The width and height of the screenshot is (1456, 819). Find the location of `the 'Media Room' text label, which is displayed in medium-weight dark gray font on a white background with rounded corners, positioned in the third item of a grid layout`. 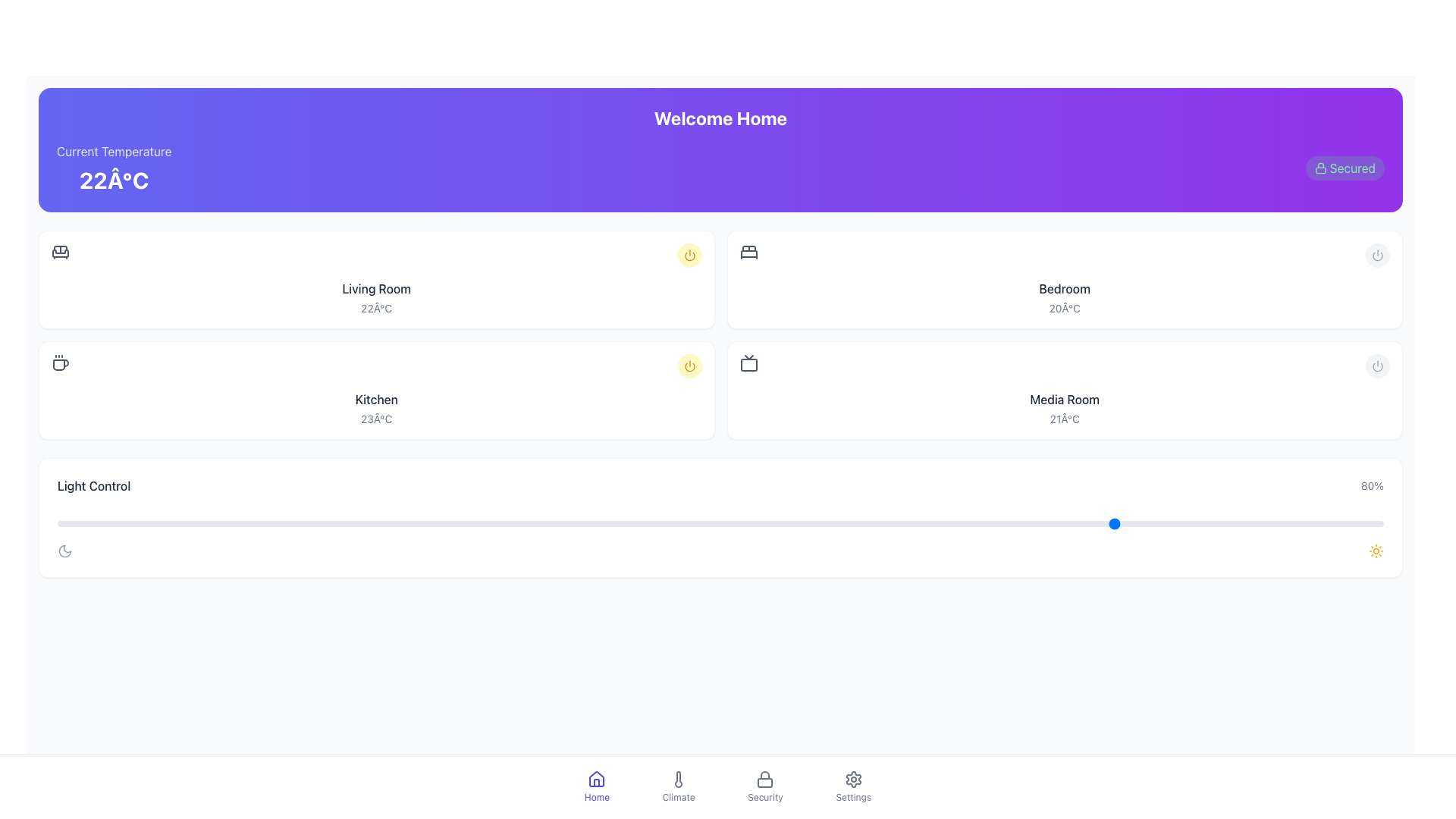

the 'Media Room' text label, which is displayed in medium-weight dark gray font on a white background with rounded corners, positioned in the third item of a grid layout is located at coordinates (1064, 399).